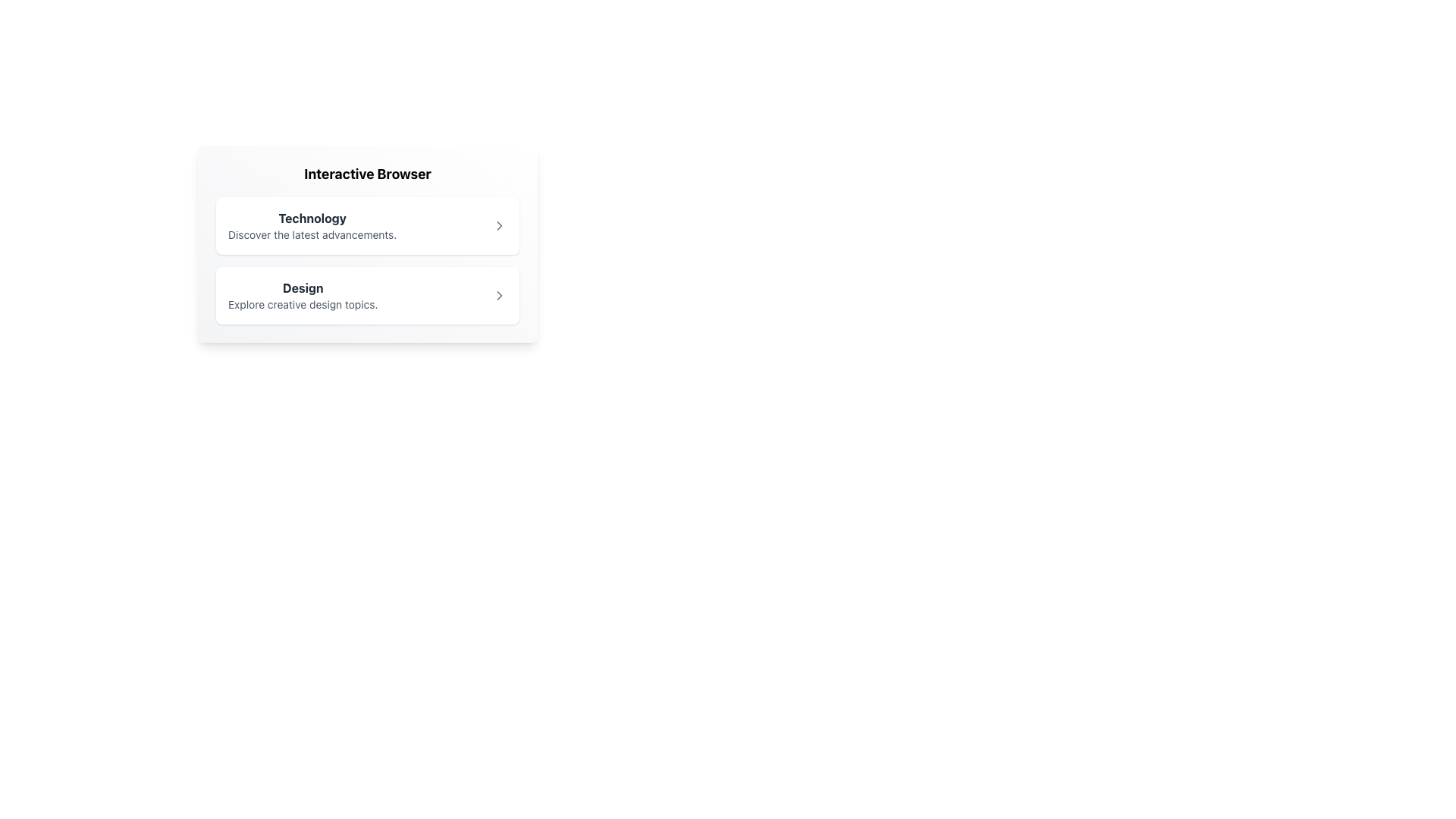 This screenshot has height=819, width=1456. Describe the element at coordinates (499, 295) in the screenshot. I see `the rightward-pointing chevron icon located at the end of the row labeled 'Design Explore creative design topics.'` at that location.